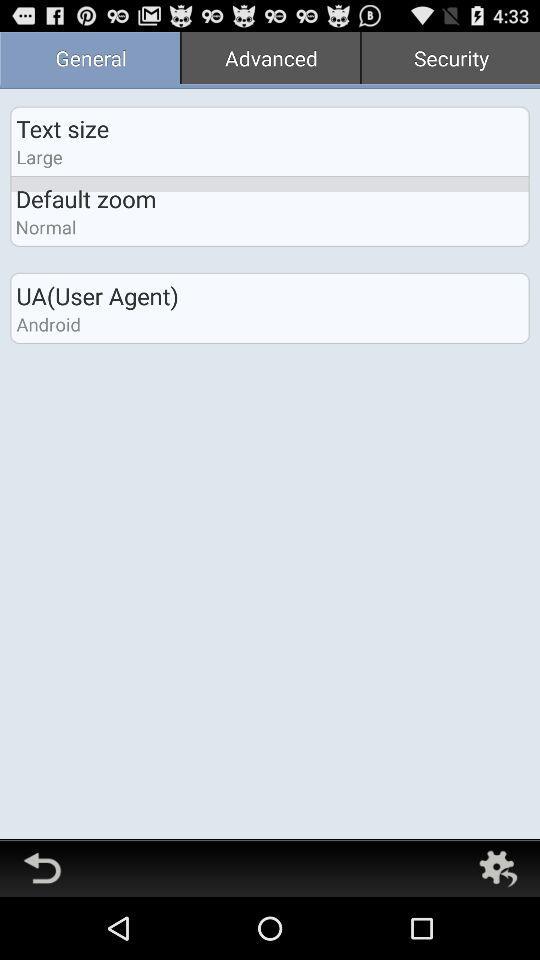 This screenshot has height=960, width=540. Describe the element at coordinates (89, 59) in the screenshot. I see `general icon` at that location.